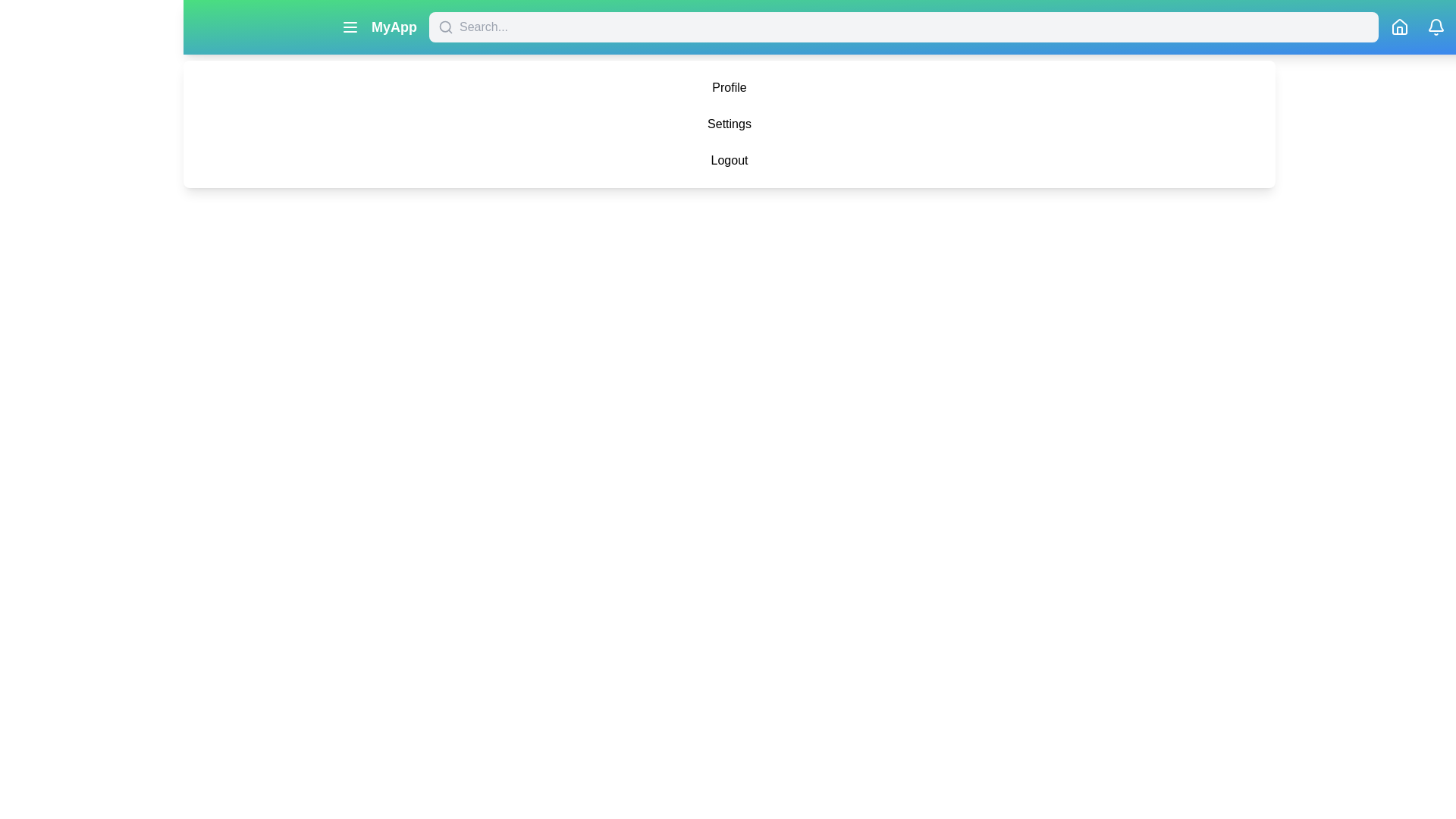 This screenshot has width=1456, height=819. What do you see at coordinates (729, 124) in the screenshot?
I see `the 'Settings' menu item, which is the second item in a vertical list of three menu items` at bounding box center [729, 124].